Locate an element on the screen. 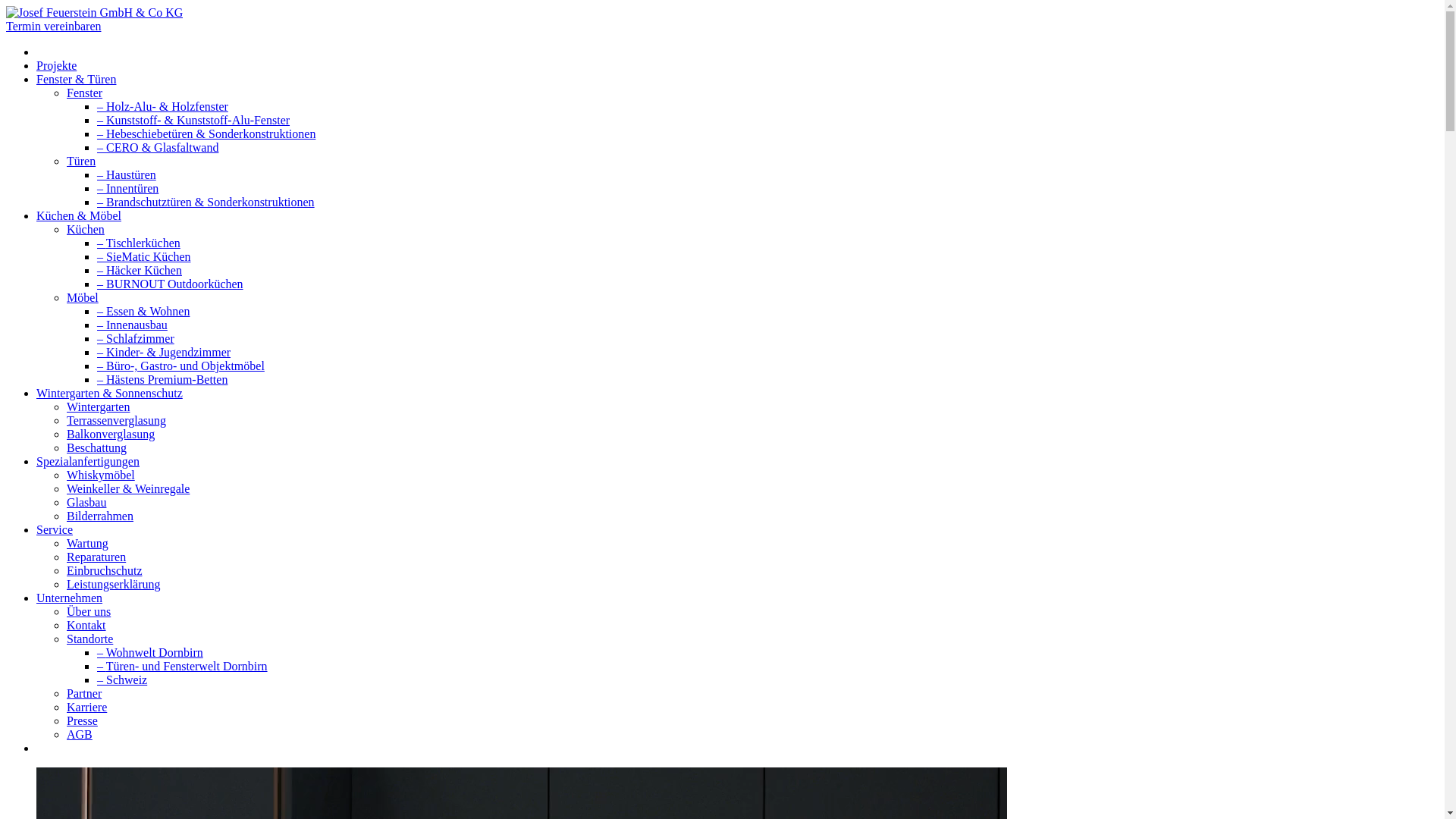 Image resolution: width=1456 pixels, height=819 pixels. 'AGB' is located at coordinates (79, 733).